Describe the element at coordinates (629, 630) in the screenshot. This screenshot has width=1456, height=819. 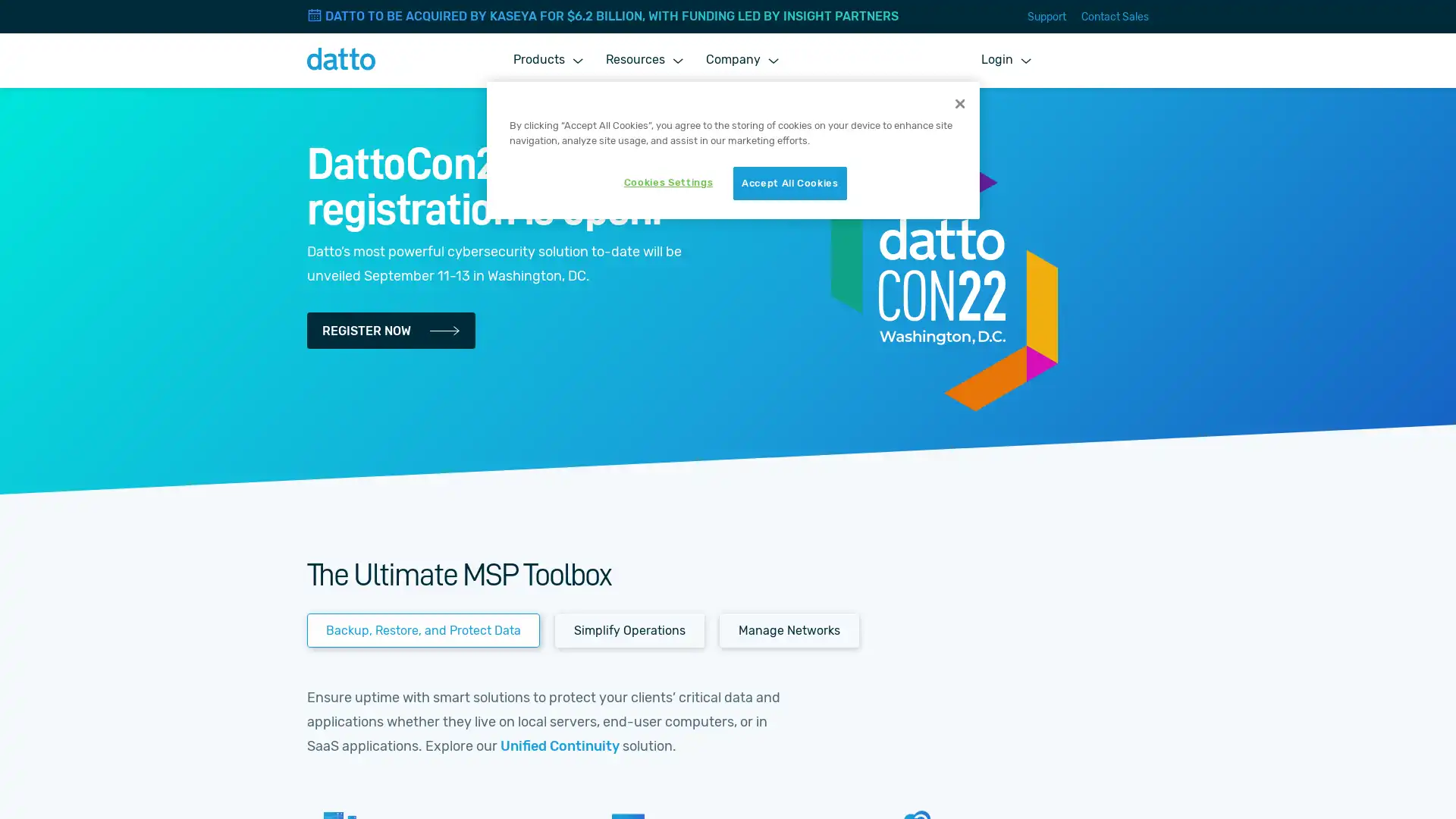
I see `Simplify Operations` at that location.